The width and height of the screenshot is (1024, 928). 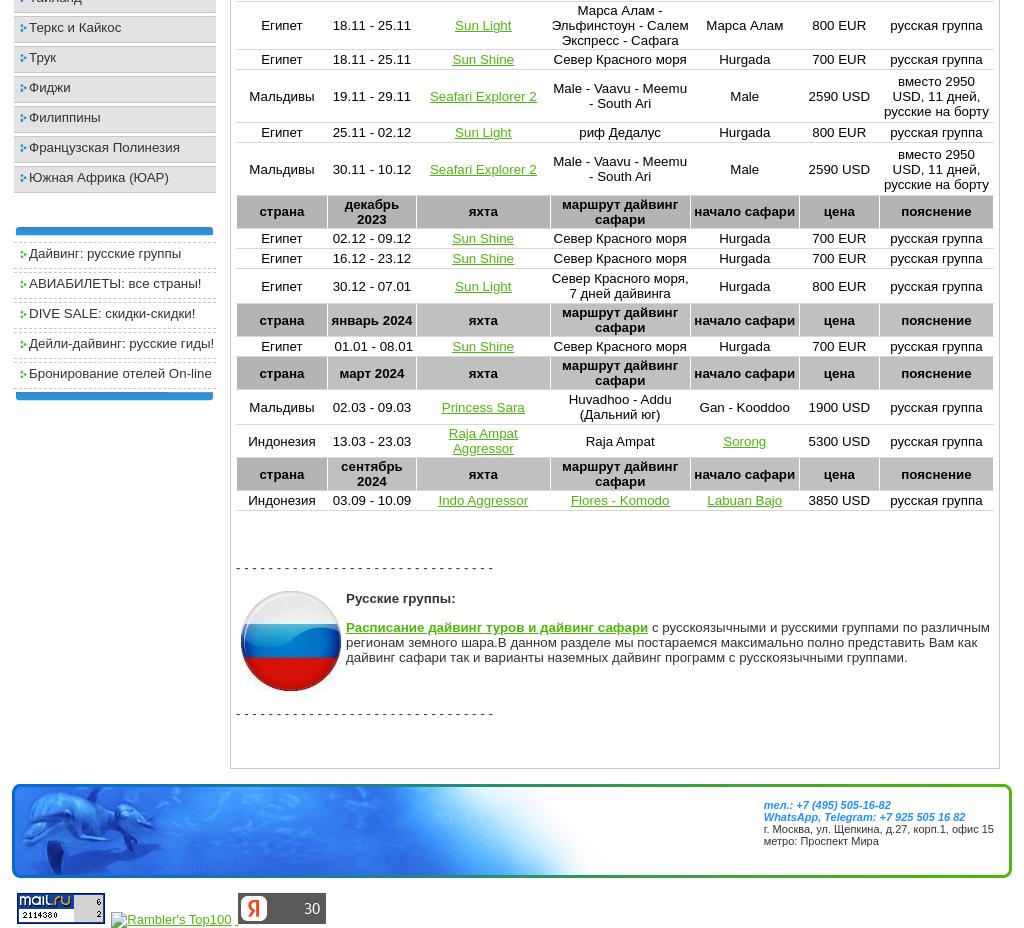 What do you see at coordinates (371, 132) in the screenshot?
I see `'25.11 - 02.12'` at bounding box center [371, 132].